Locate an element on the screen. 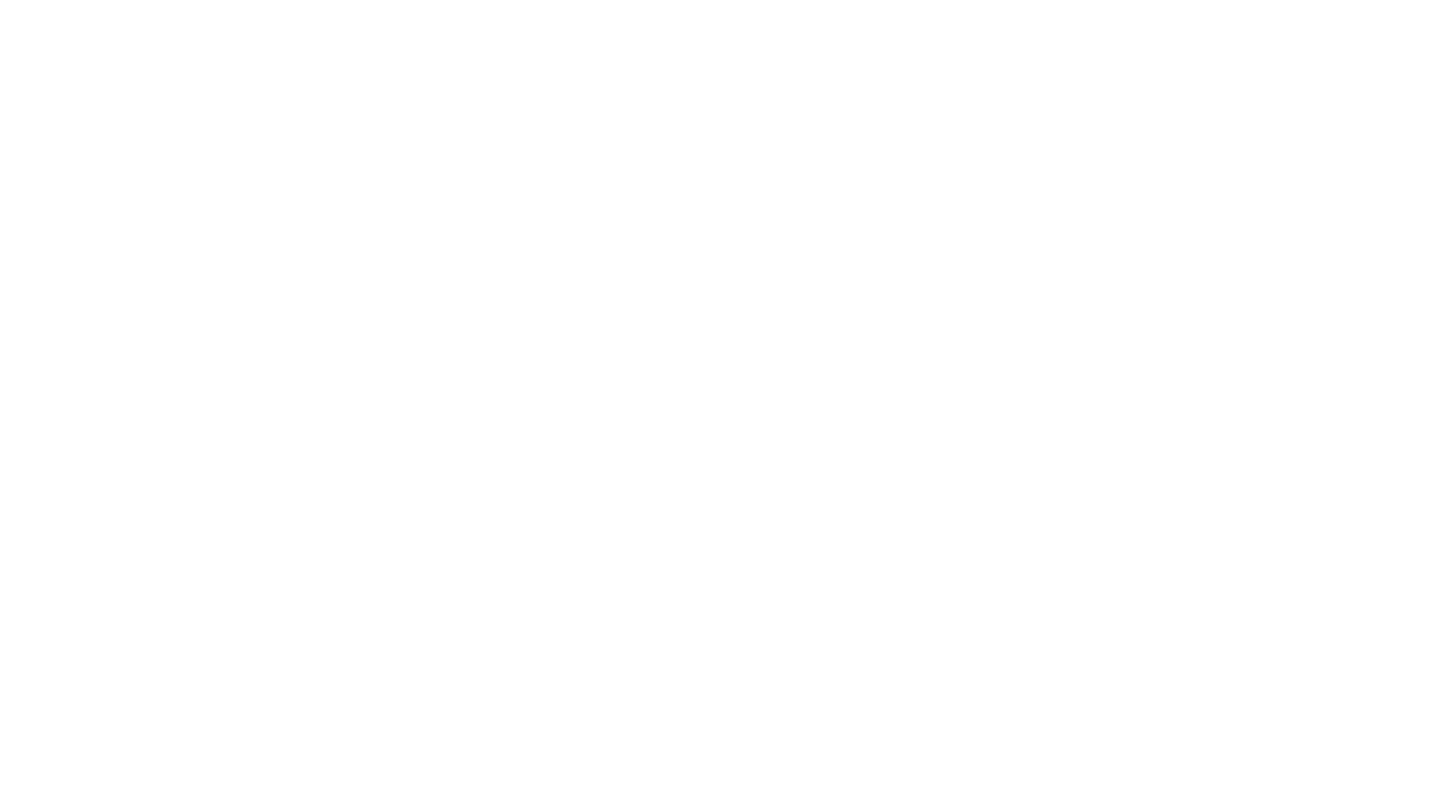 This screenshot has height=812, width=1456. '505.727.1100' is located at coordinates (1396, 729).